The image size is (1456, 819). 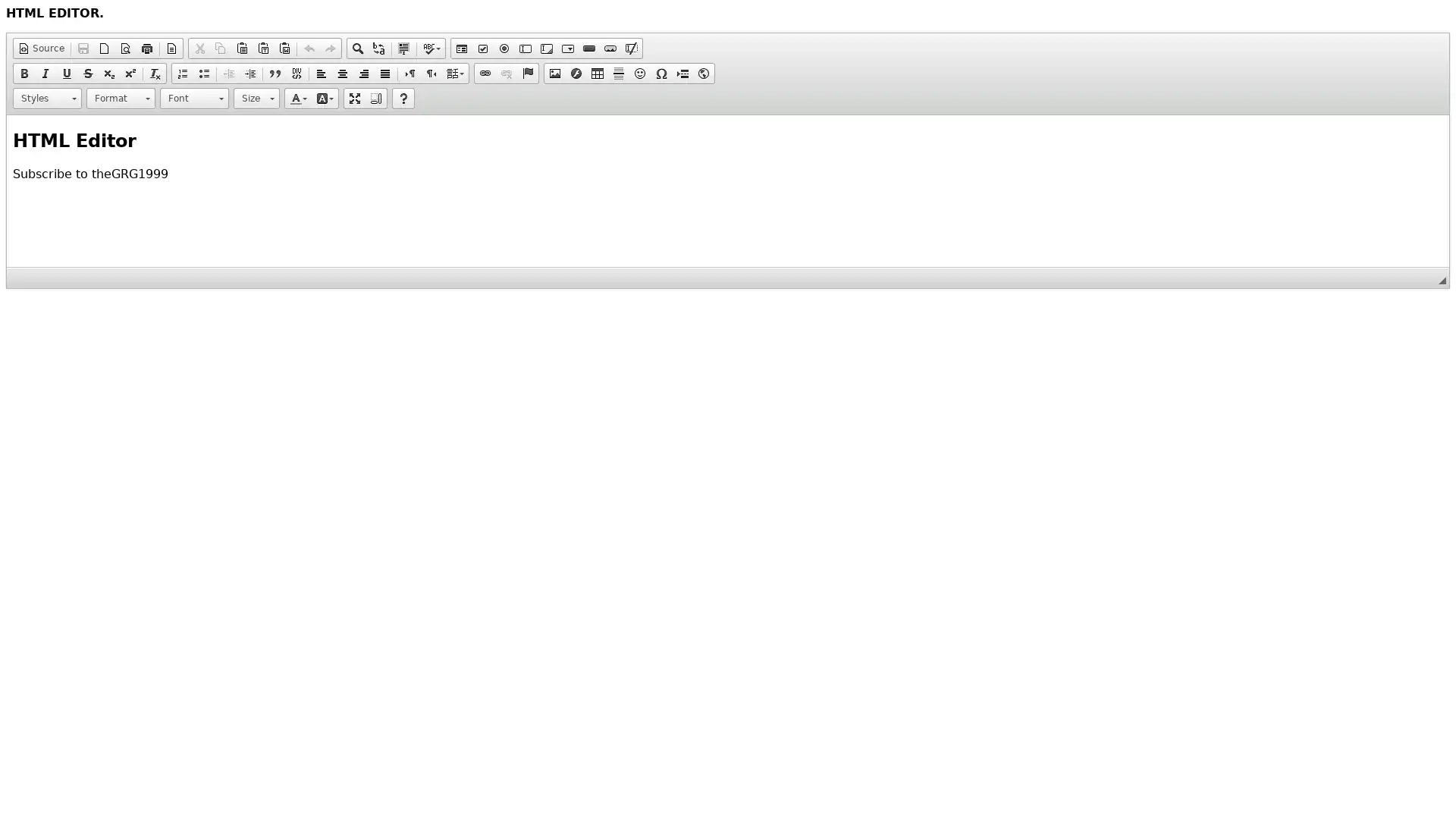 I want to click on Table, so click(x=596, y=73).